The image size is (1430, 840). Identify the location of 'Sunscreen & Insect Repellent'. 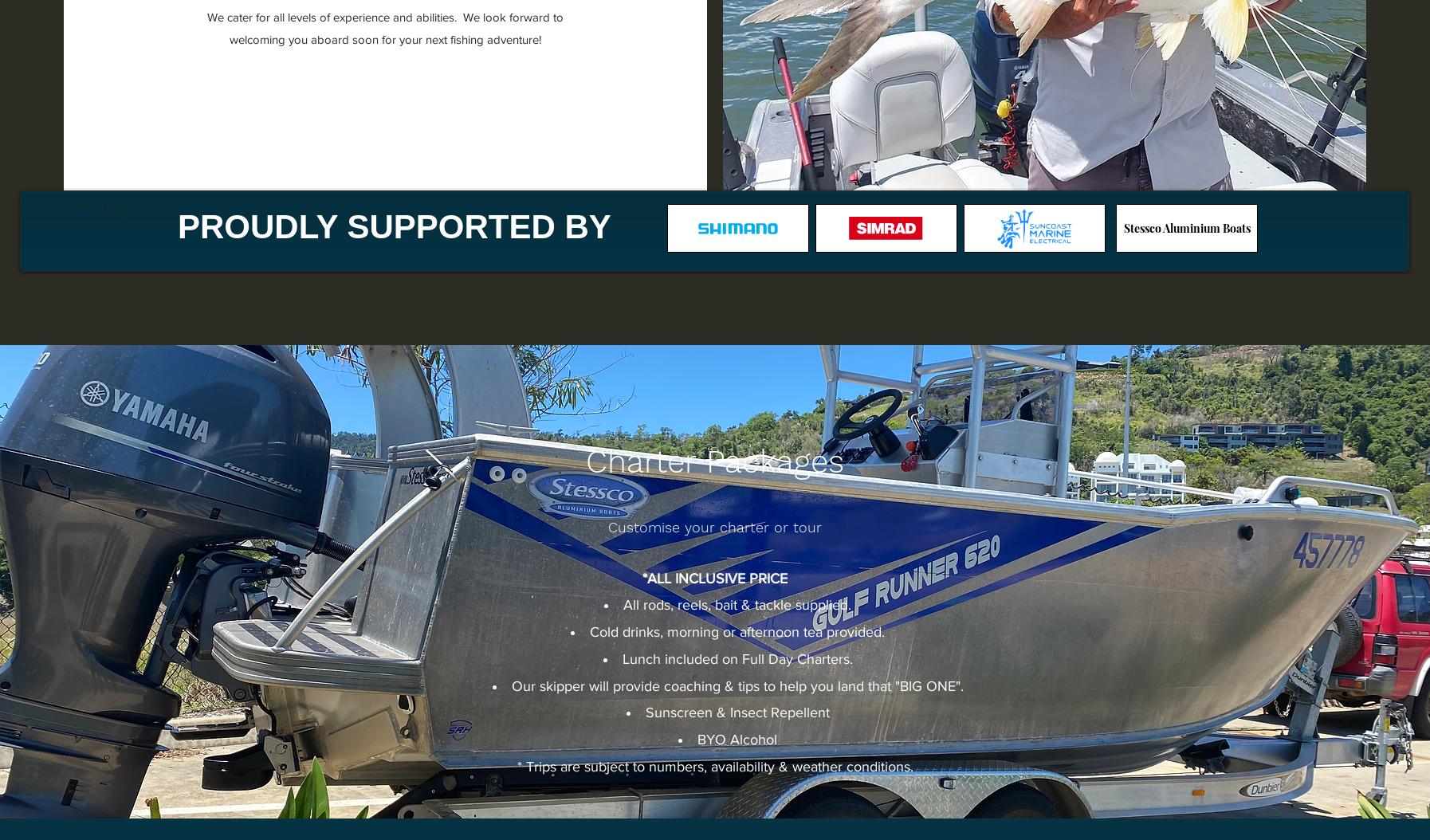
(736, 712).